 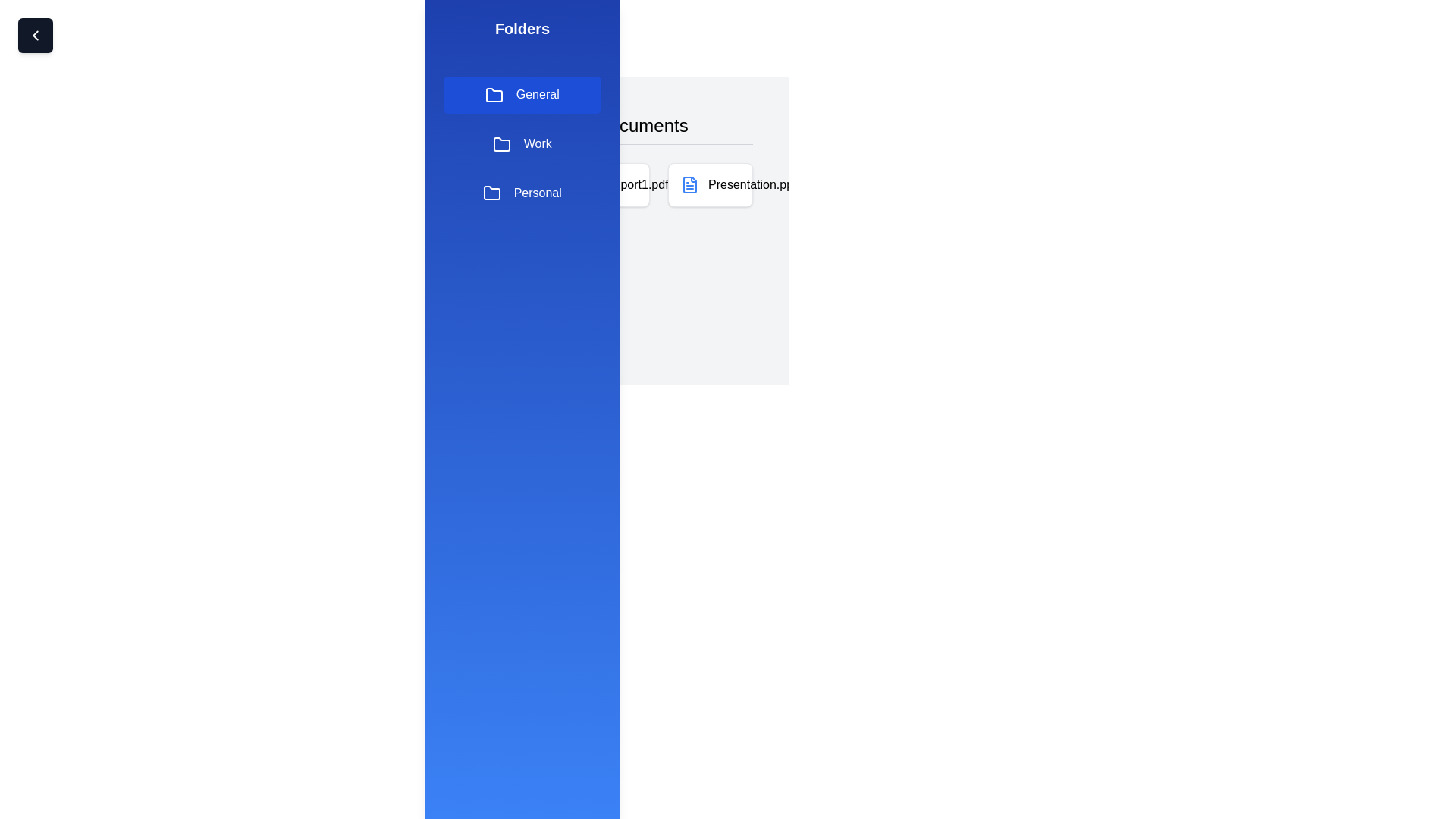 What do you see at coordinates (494, 95) in the screenshot?
I see `the folder-shaped icon located to the left of the 'General' label, which is displayed in white over a blue rectangular button in the sidebar` at bounding box center [494, 95].